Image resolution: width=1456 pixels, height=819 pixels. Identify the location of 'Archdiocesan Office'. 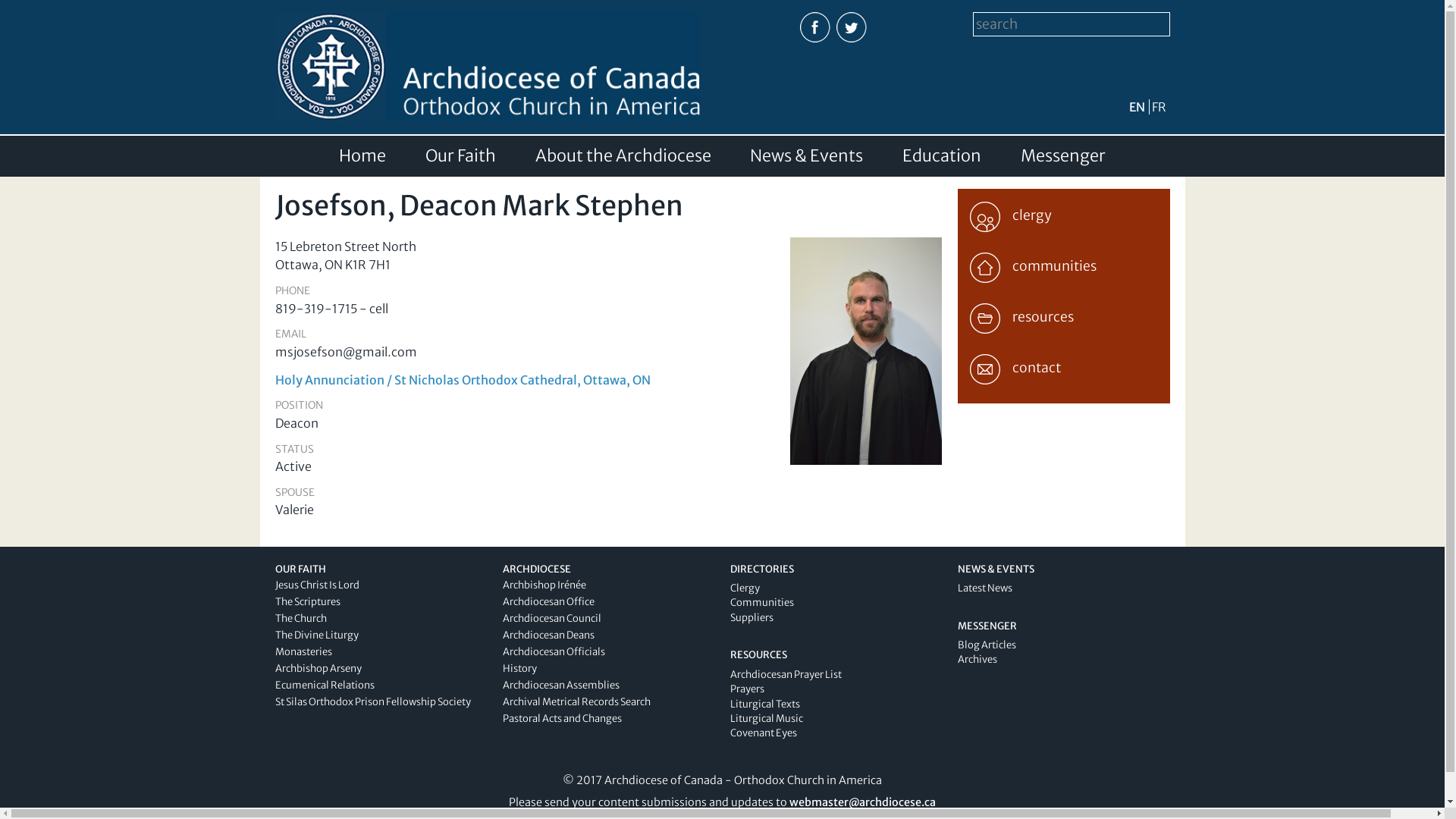
(547, 601).